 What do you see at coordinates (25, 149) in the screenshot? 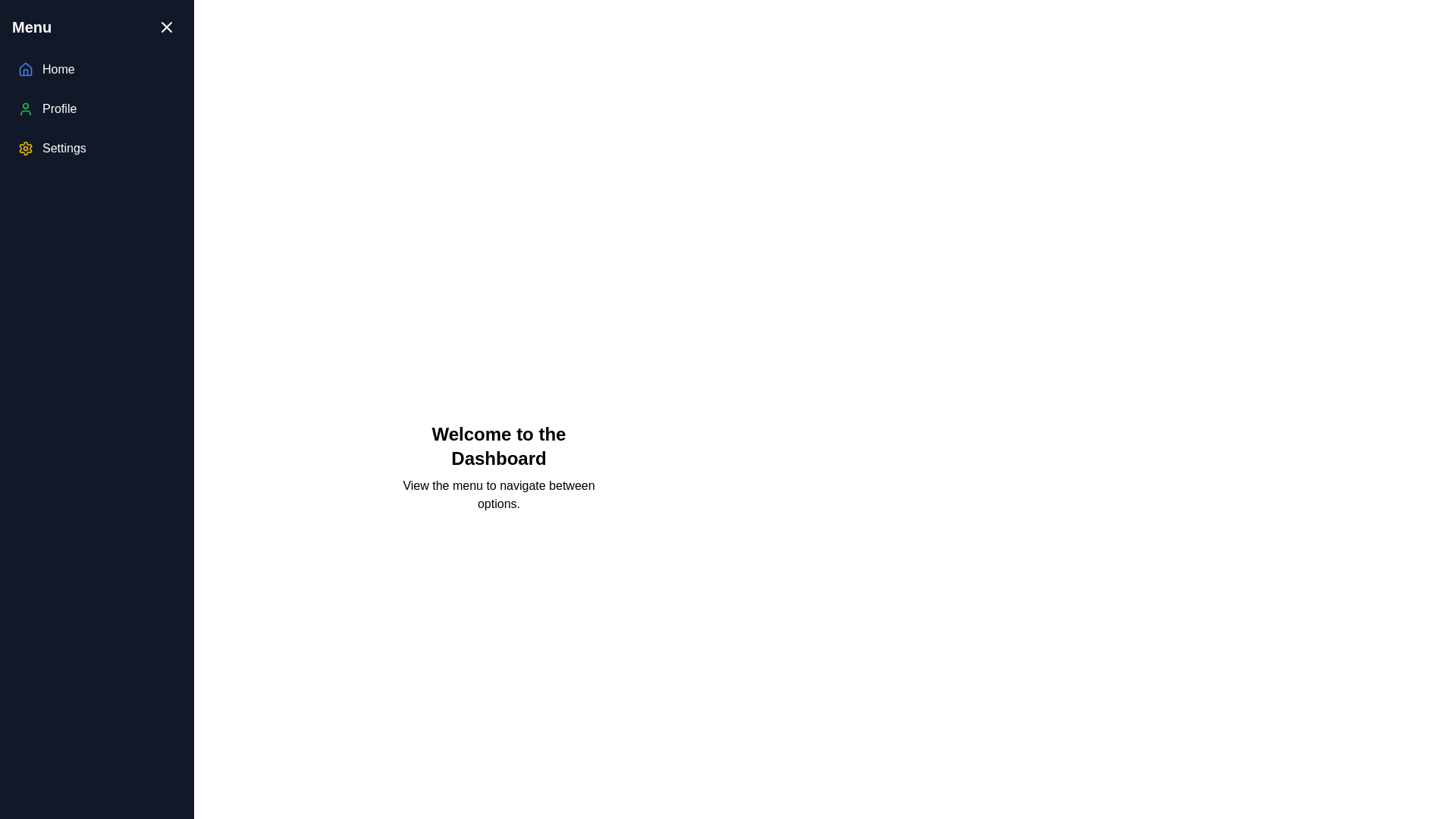
I see `the SVG icon representing the 'Settings' menu option located in the sidebar, positioned left of the 'Settings' text label` at bounding box center [25, 149].